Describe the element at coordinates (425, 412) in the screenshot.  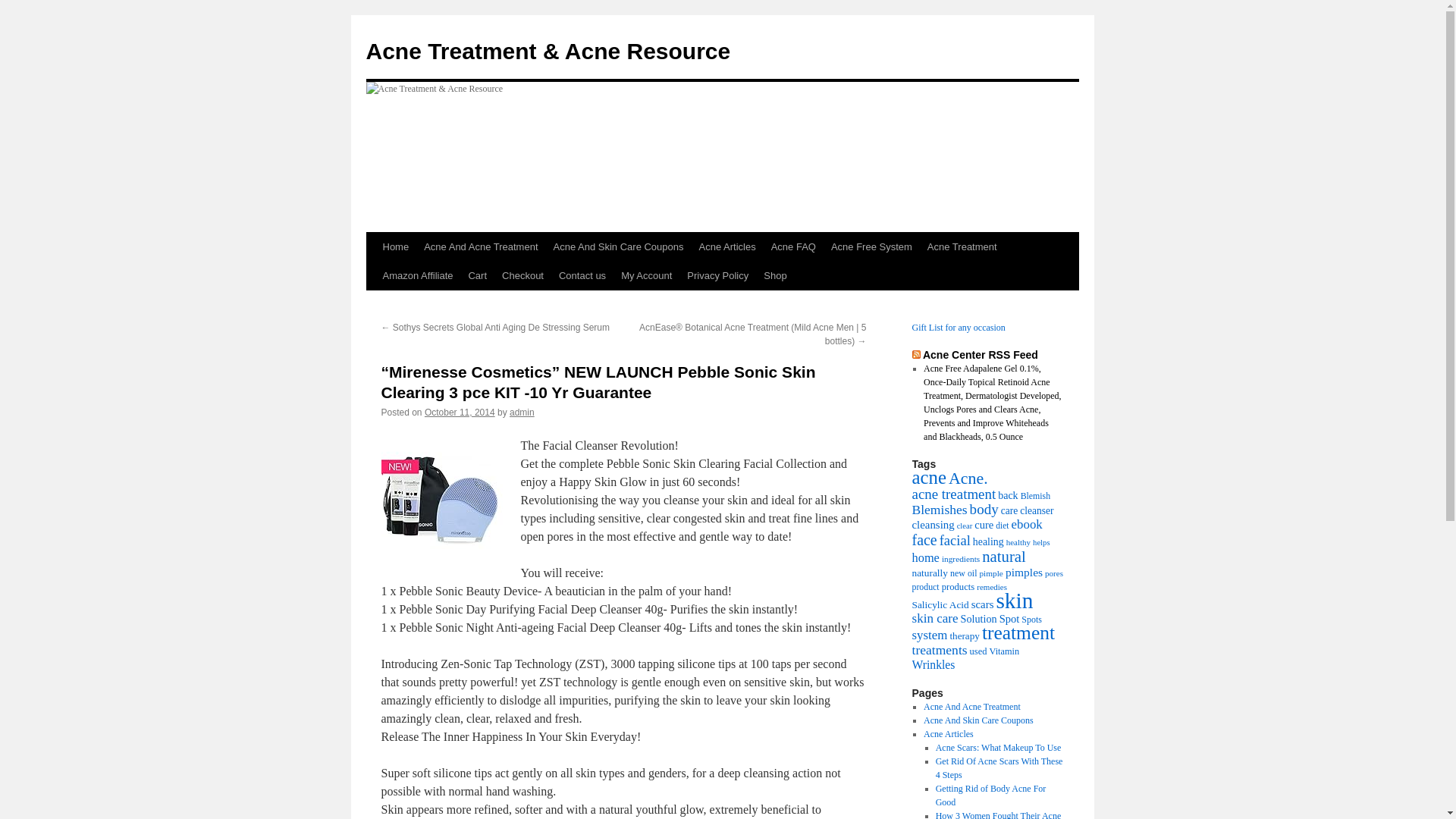
I see `'October 11, 2014'` at that location.